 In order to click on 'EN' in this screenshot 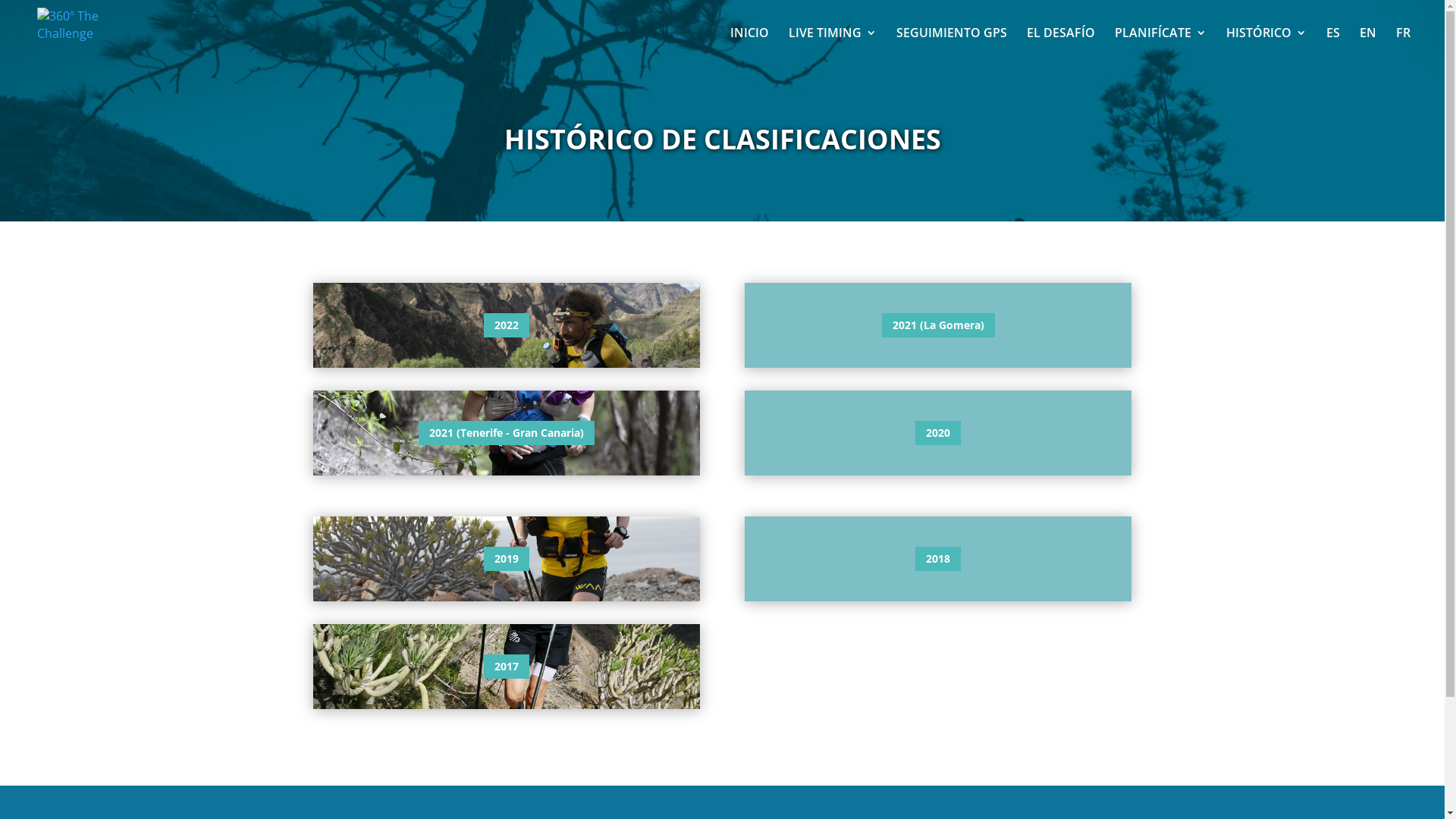, I will do `click(1368, 45)`.